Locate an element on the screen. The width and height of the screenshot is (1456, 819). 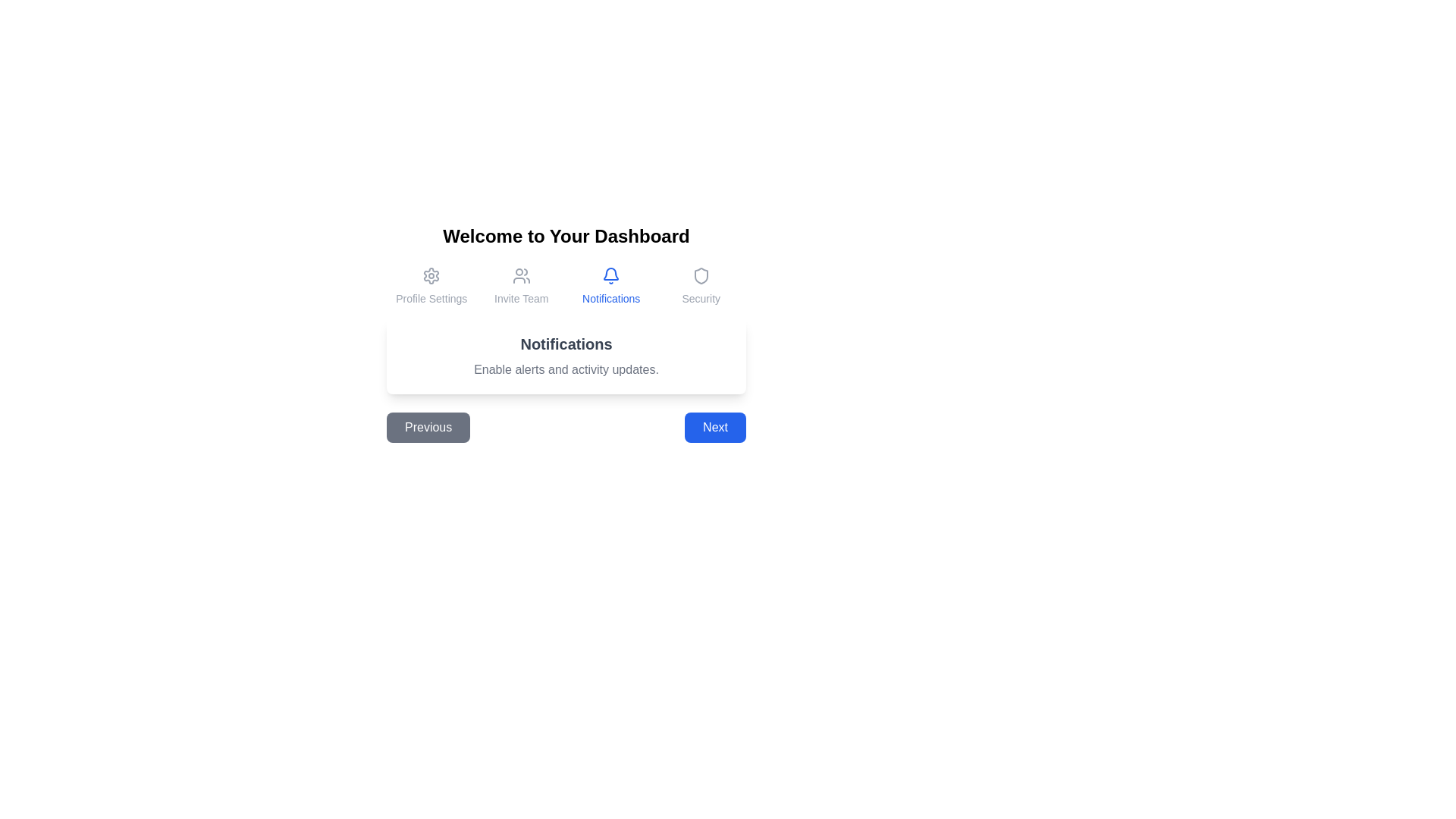
the 'Notifications' button, which features a blue bell icon and blue text, located between the 'Invite Team' and 'Security' options is located at coordinates (611, 287).